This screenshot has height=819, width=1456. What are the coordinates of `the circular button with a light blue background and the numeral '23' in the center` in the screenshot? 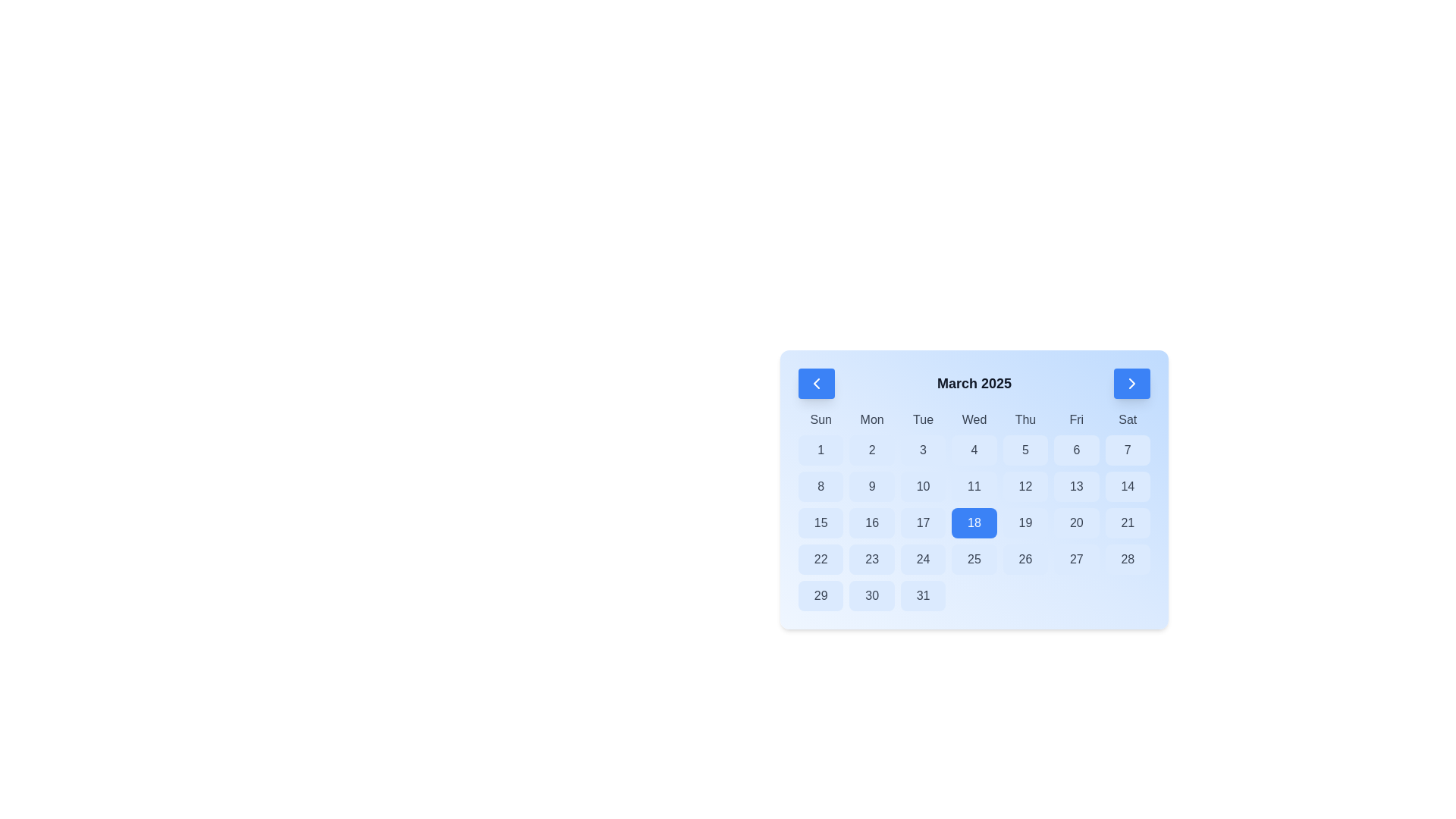 It's located at (872, 559).